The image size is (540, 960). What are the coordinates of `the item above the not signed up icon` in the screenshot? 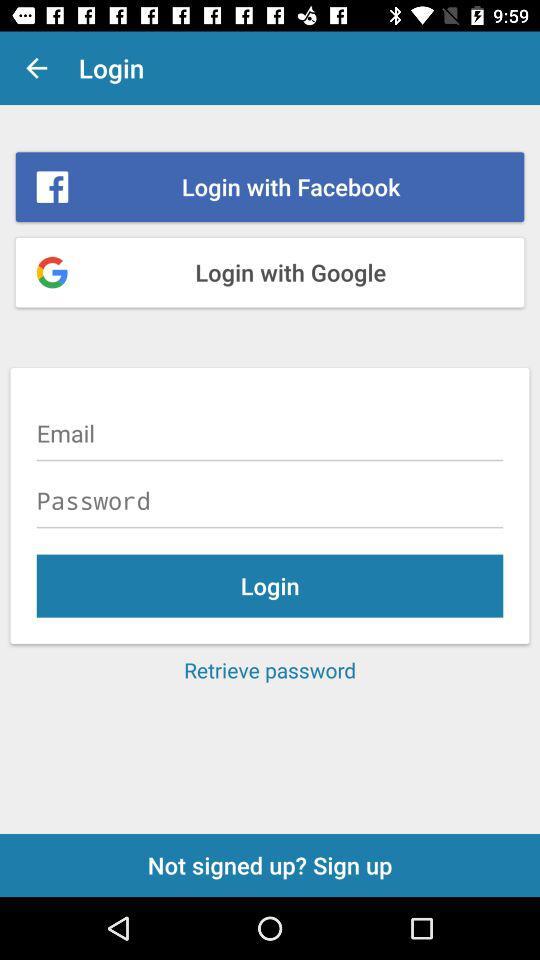 It's located at (270, 670).